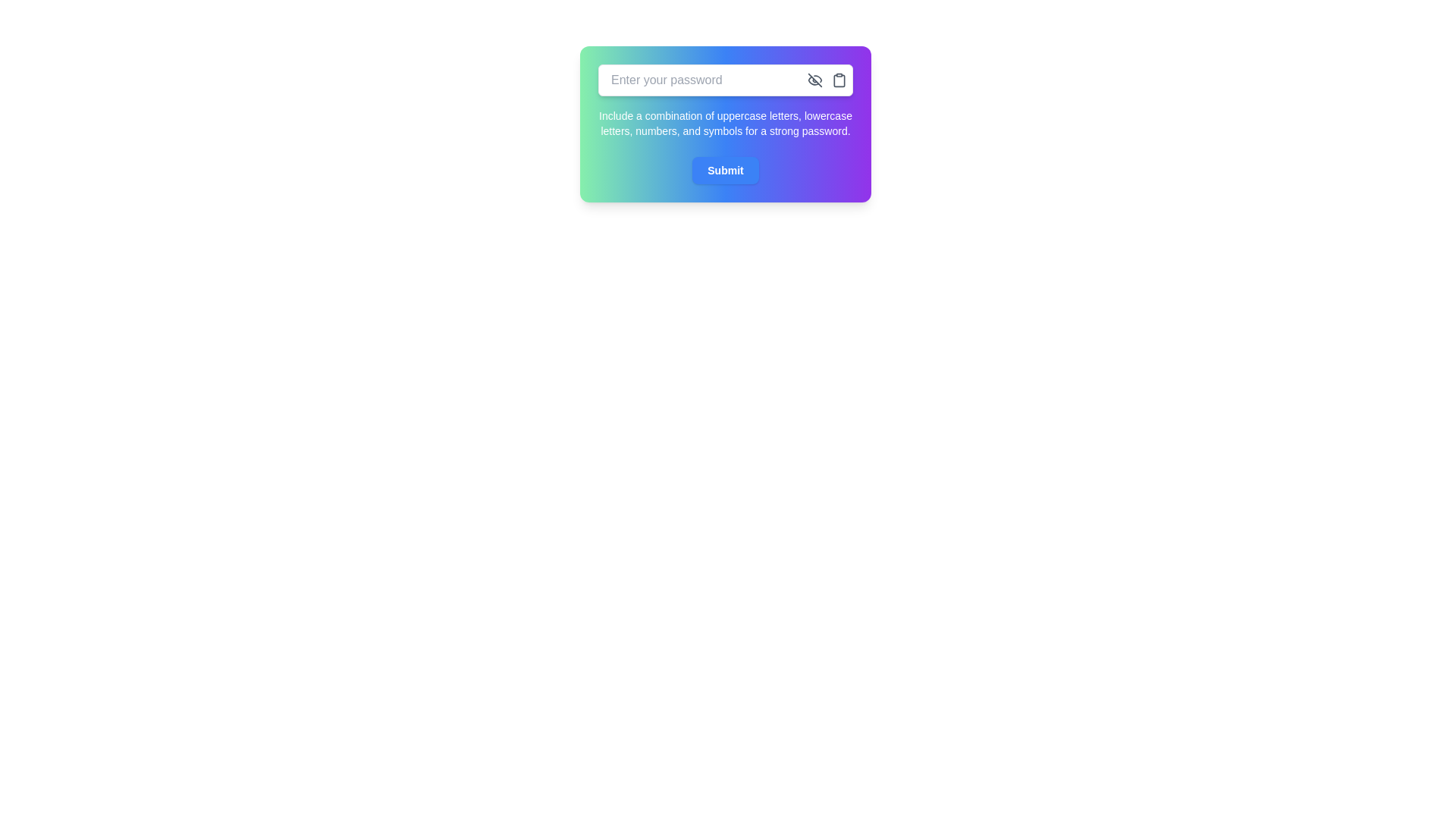 This screenshot has width=1456, height=819. Describe the element at coordinates (814, 80) in the screenshot. I see `the icon resembling a crossed-out eye located at the right side of the password input field` at that location.